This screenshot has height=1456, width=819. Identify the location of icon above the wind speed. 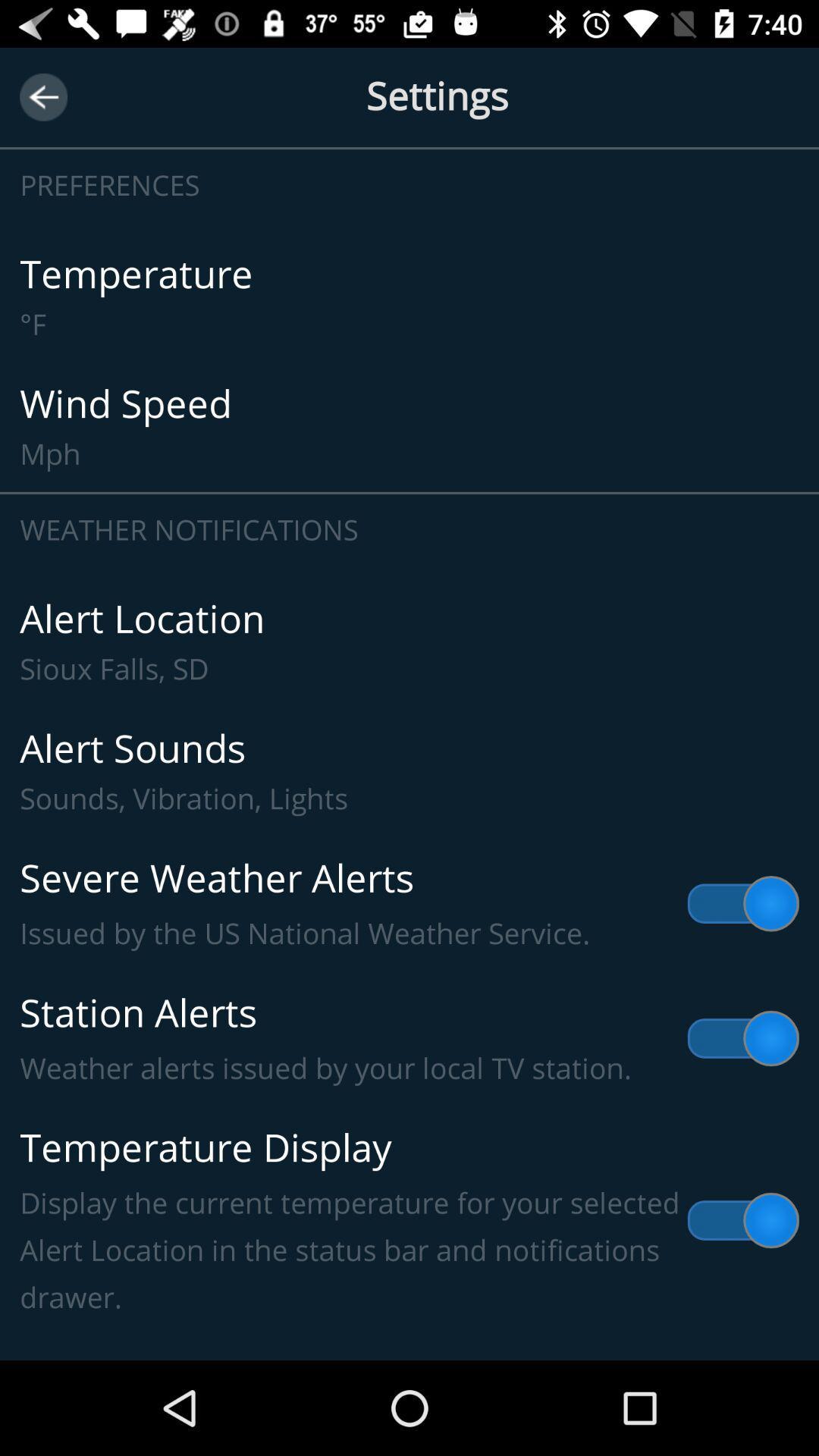
(409, 297).